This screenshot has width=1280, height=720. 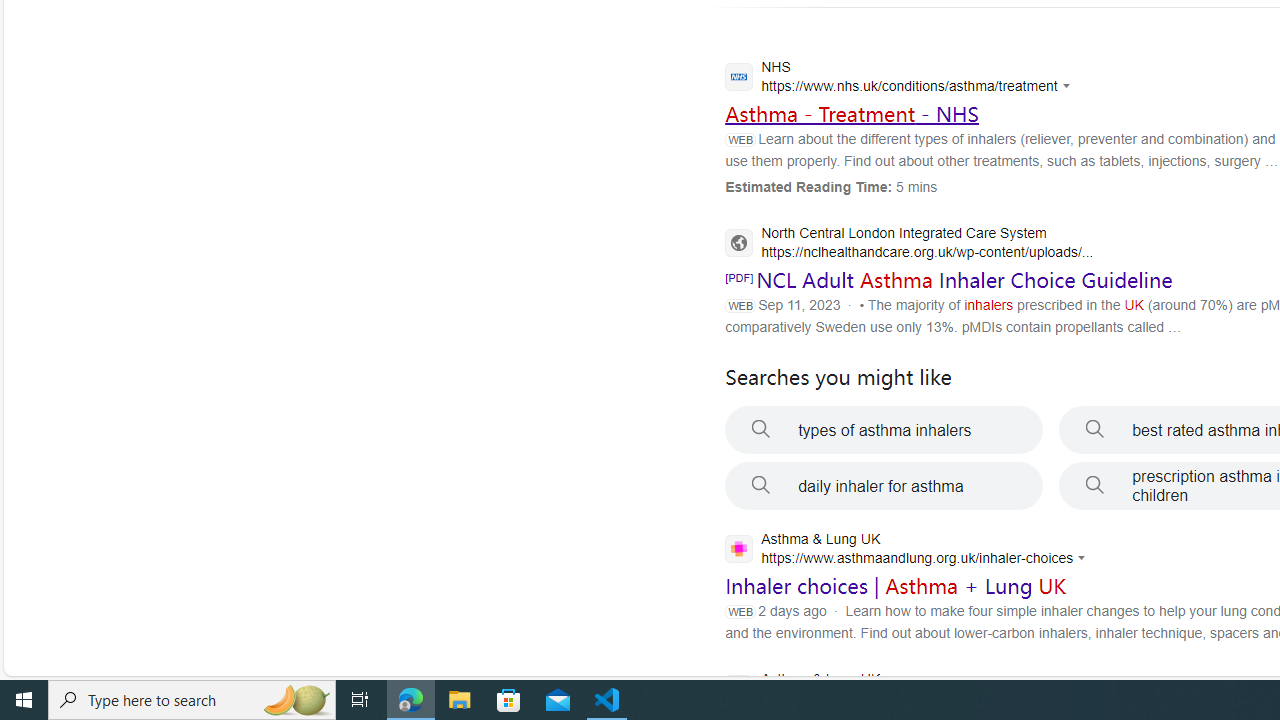 What do you see at coordinates (908, 243) in the screenshot?
I see `'North Central London Integrated Care System'` at bounding box center [908, 243].